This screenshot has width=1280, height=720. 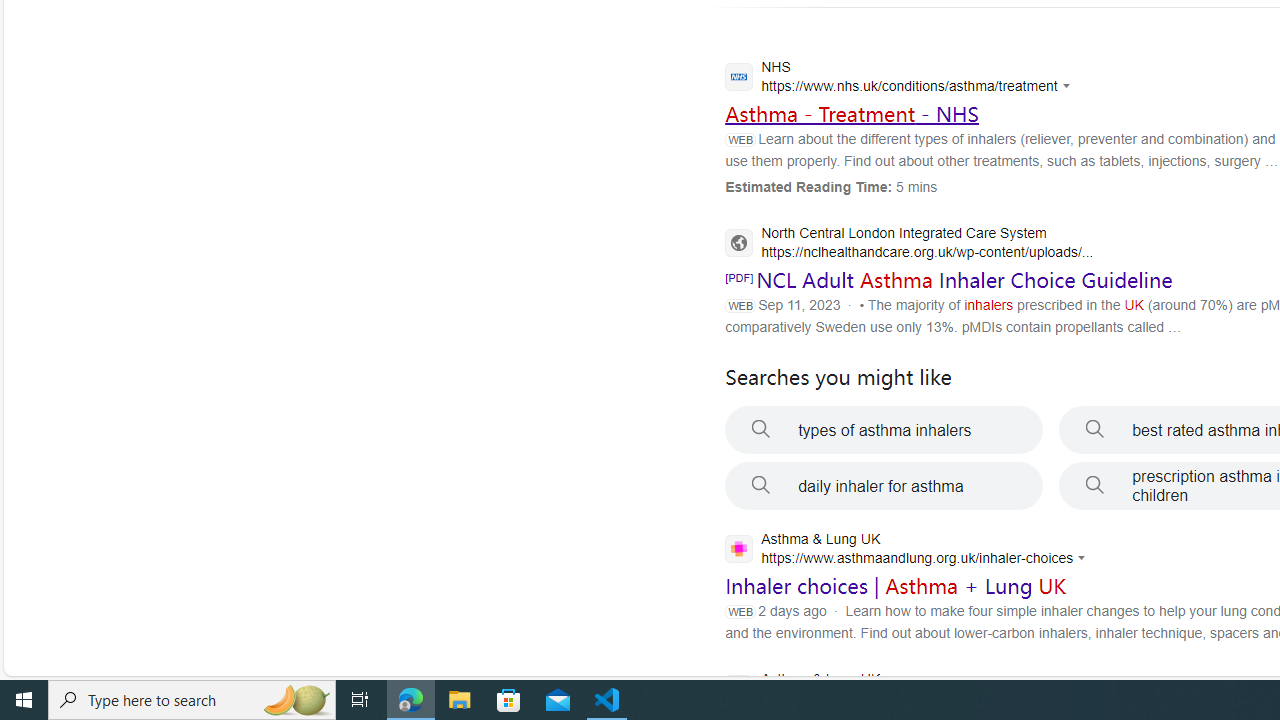 What do you see at coordinates (908, 243) in the screenshot?
I see `'North Central London Integrated Care System'` at bounding box center [908, 243].